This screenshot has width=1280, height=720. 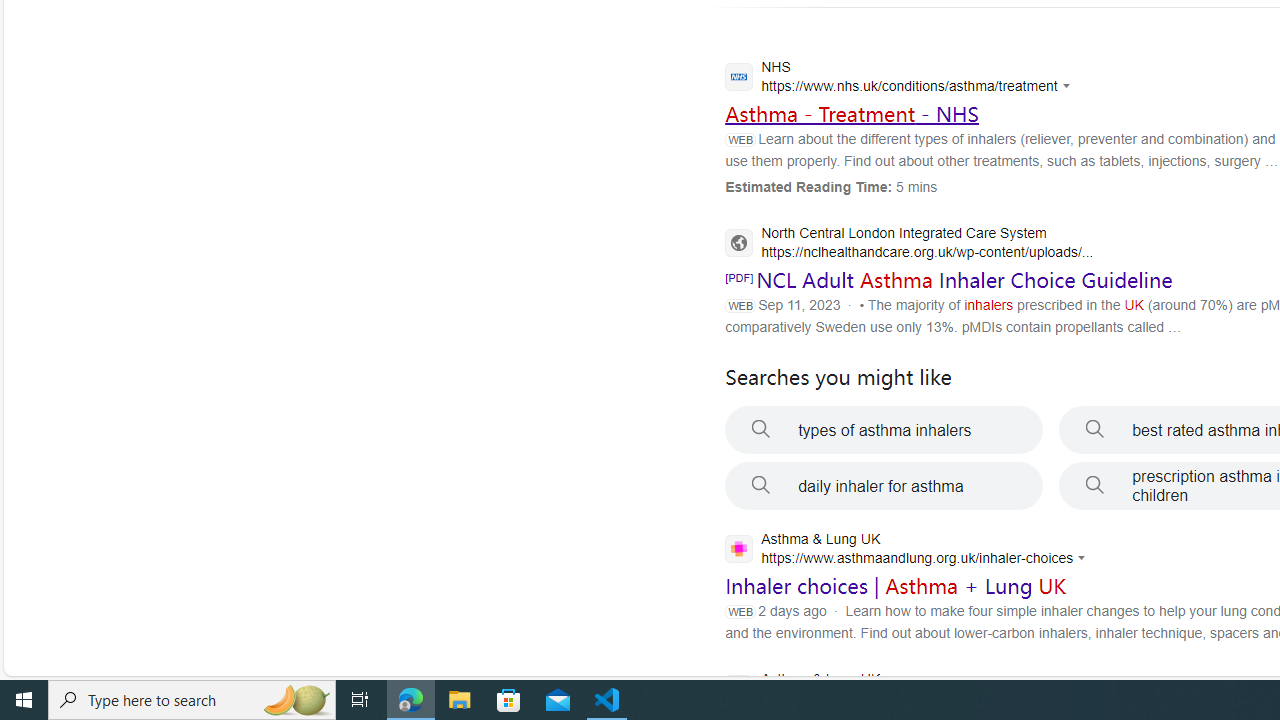 What do you see at coordinates (908, 243) in the screenshot?
I see `'North Central London Integrated Care System'` at bounding box center [908, 243].